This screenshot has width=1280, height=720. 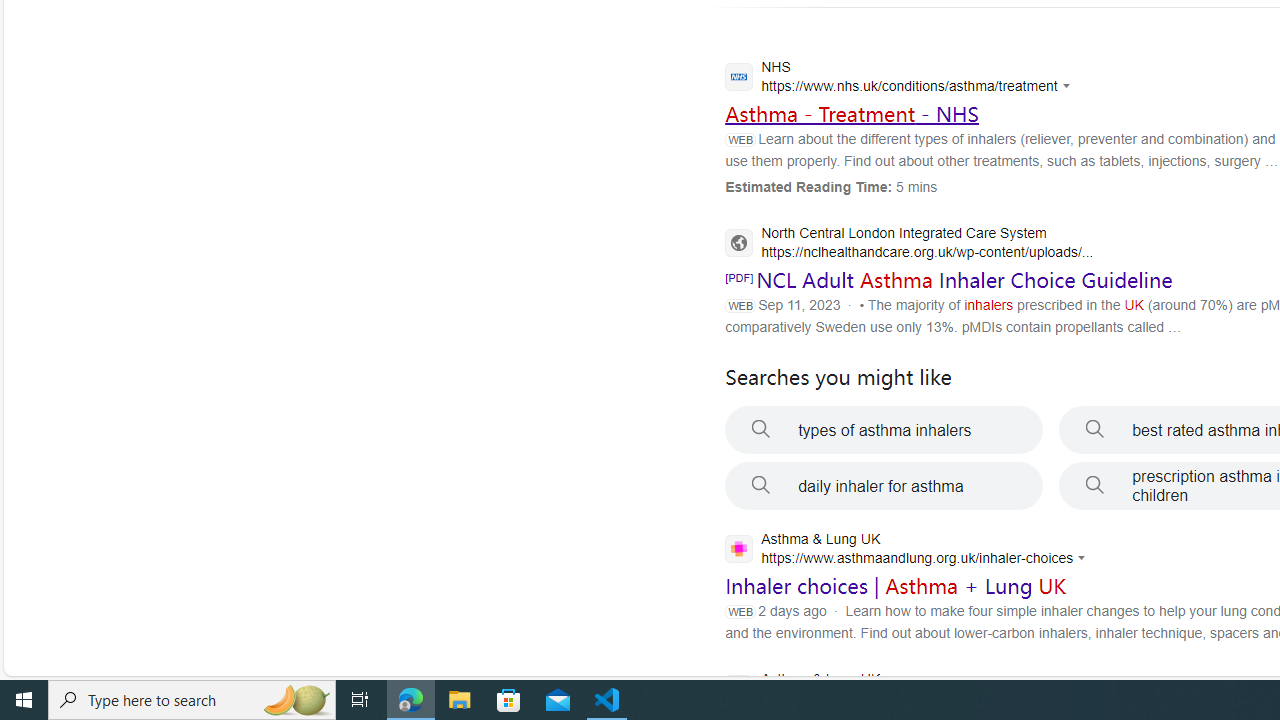 What do you see at coordinates (908, 243) in the screenshot?
I see `'North Central London Integrated Care System'` at bounding box center [908, 243].